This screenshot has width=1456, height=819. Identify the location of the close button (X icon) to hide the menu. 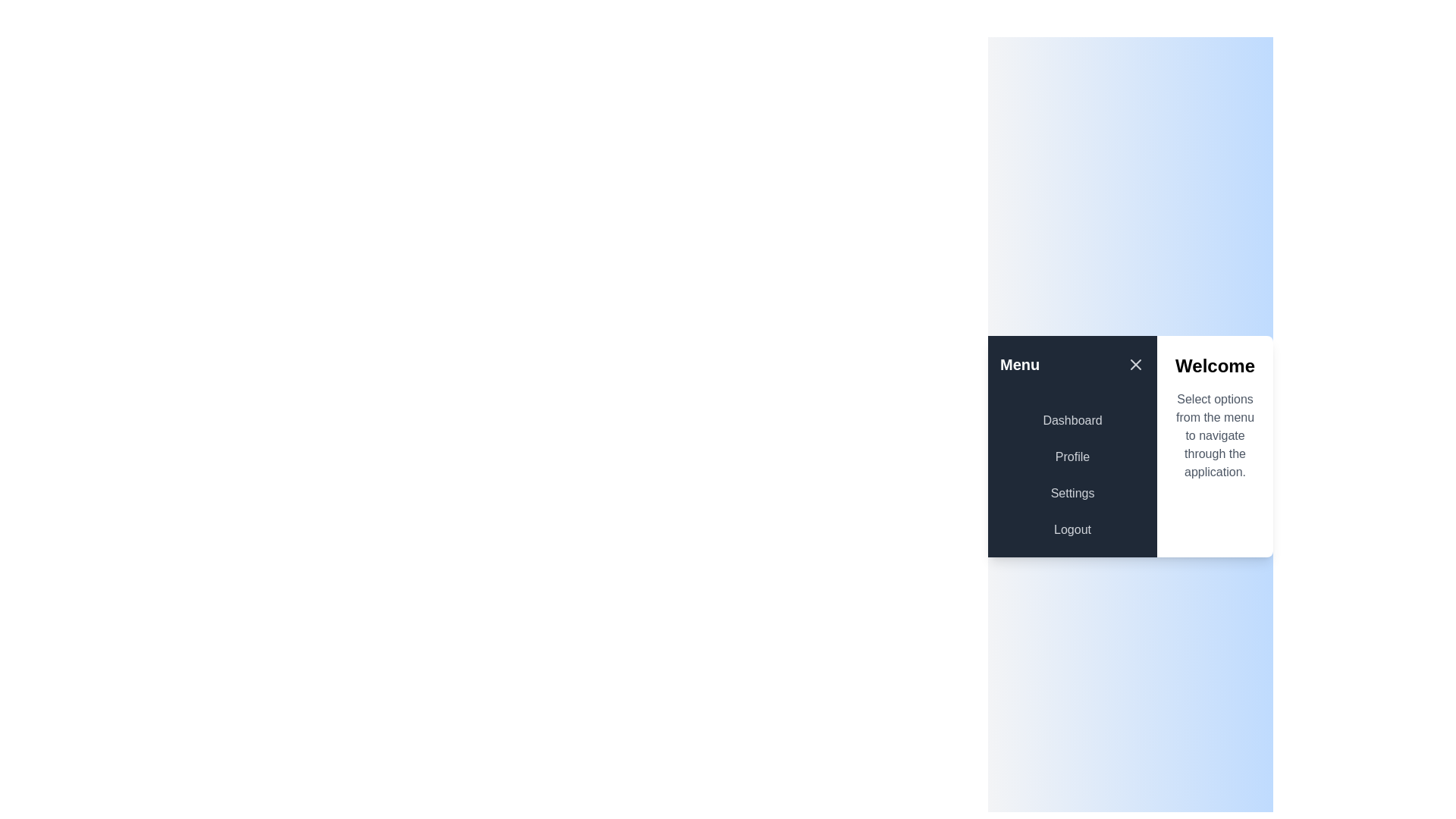
(1135, 365).